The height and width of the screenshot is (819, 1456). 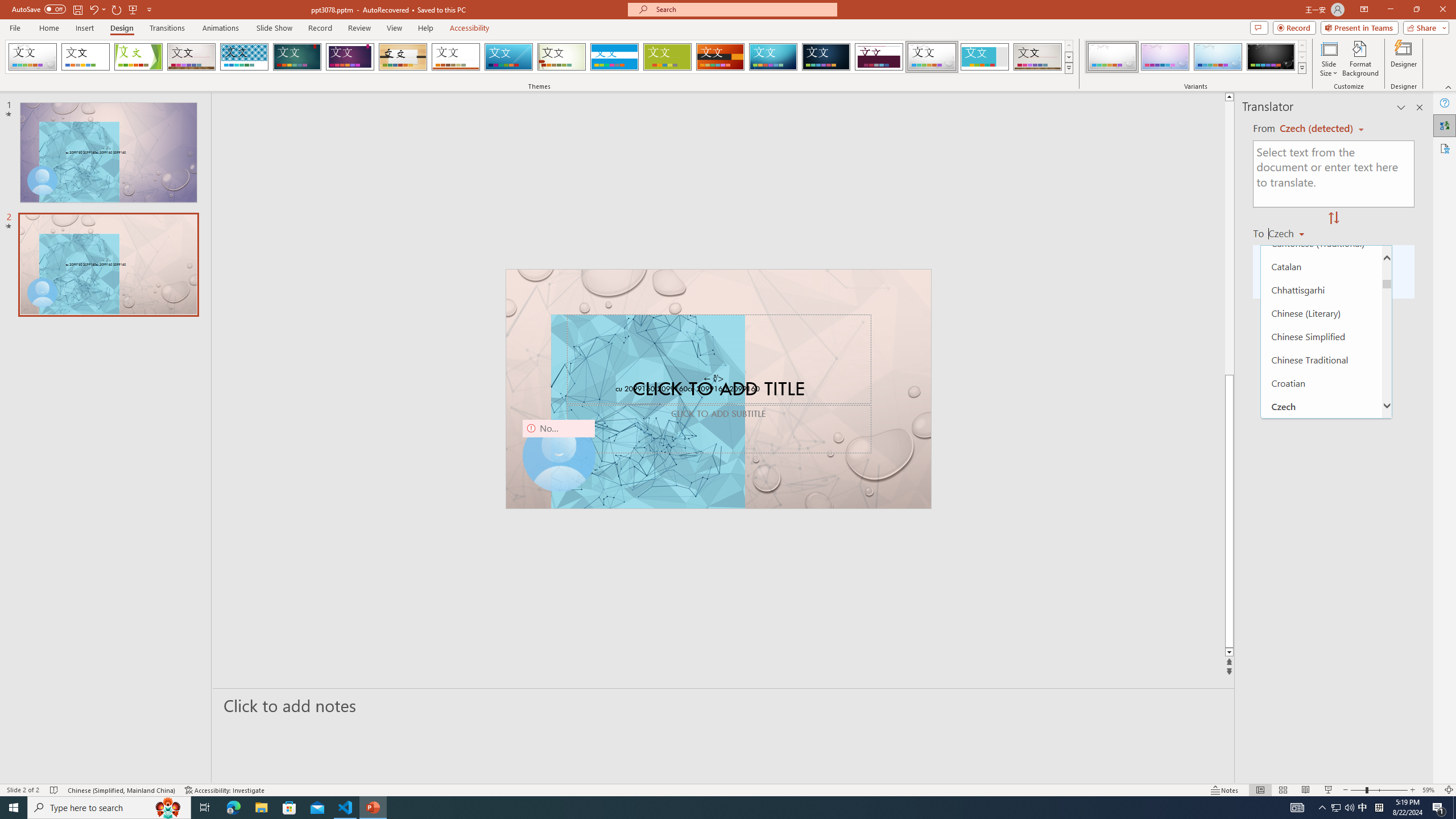 What do you see at coordinates (403, 56) in the screenshot?
I see `'Organic'` at bounding box center [403, 56].